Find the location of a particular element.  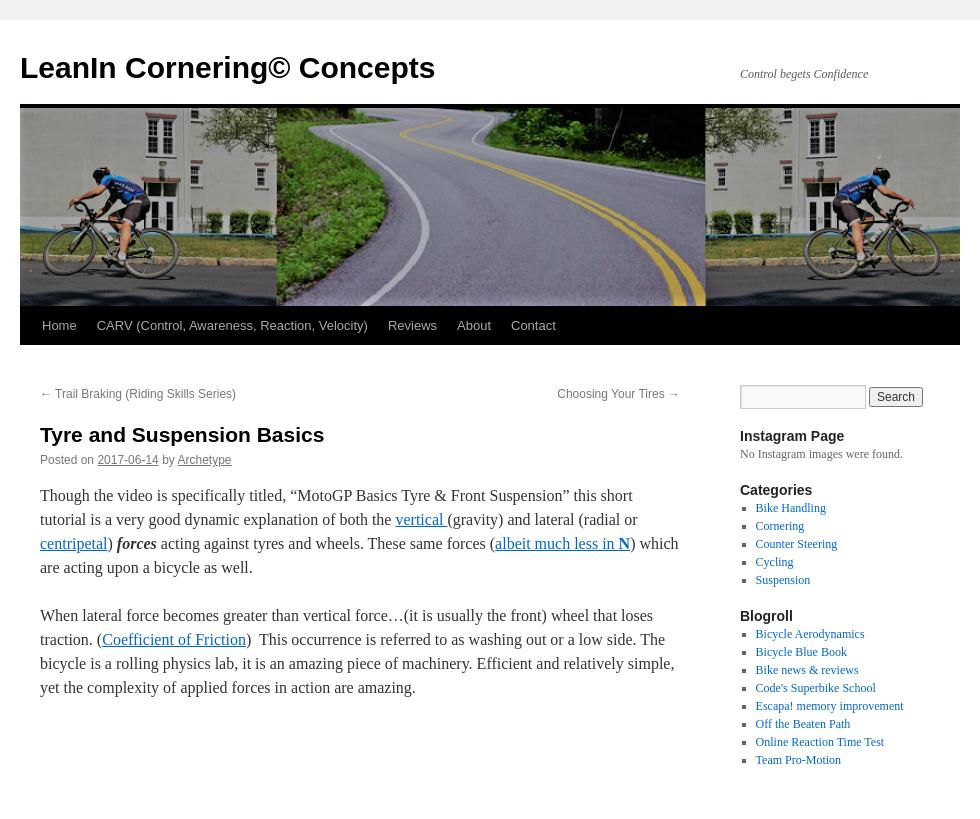

'Suspension' is located at coordinates (754, 580).